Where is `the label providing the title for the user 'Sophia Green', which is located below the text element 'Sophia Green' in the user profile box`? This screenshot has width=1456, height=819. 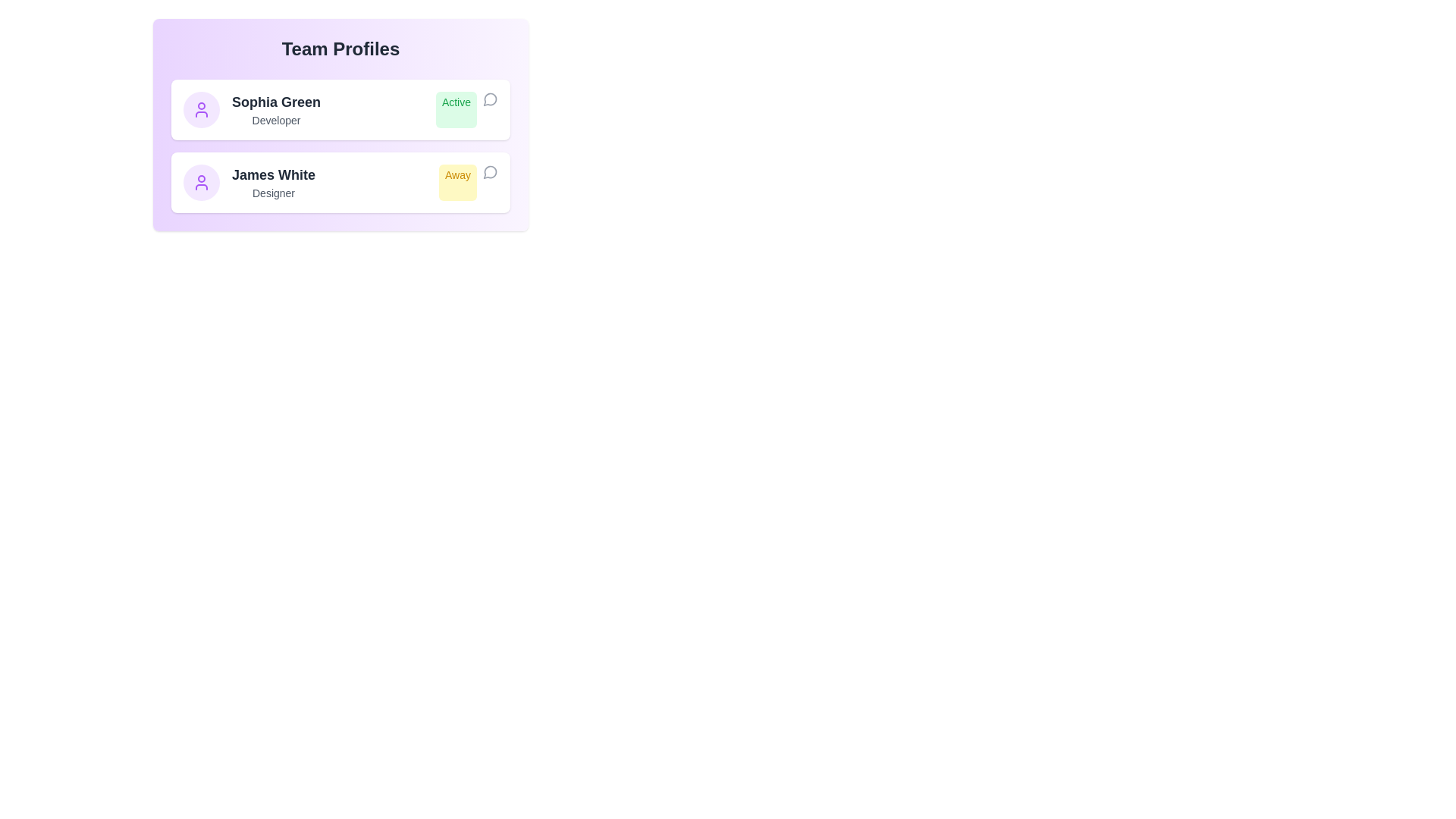
the label providing the title for the user 'Sophia Green', which is located below the text element 'Sophia Green' in the user profile box is located at coordinates (276, 119).